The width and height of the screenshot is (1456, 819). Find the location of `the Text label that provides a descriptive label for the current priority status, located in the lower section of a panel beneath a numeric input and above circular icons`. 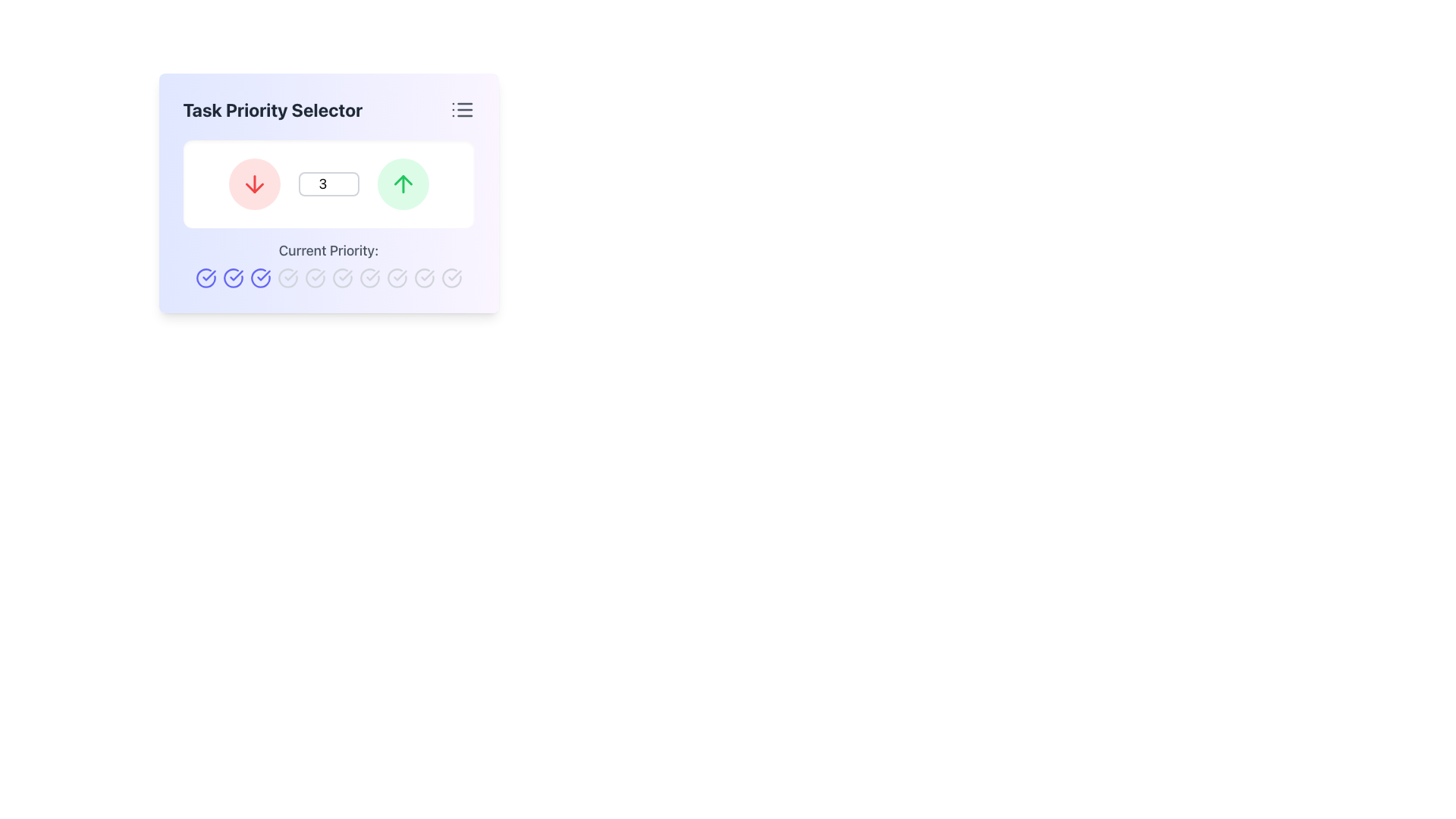

the Text label that provides a descriptive label for the current priority status, located in the lower section of a panel beneath a numeric input and above circular icons is located at coordinates (328, 250).